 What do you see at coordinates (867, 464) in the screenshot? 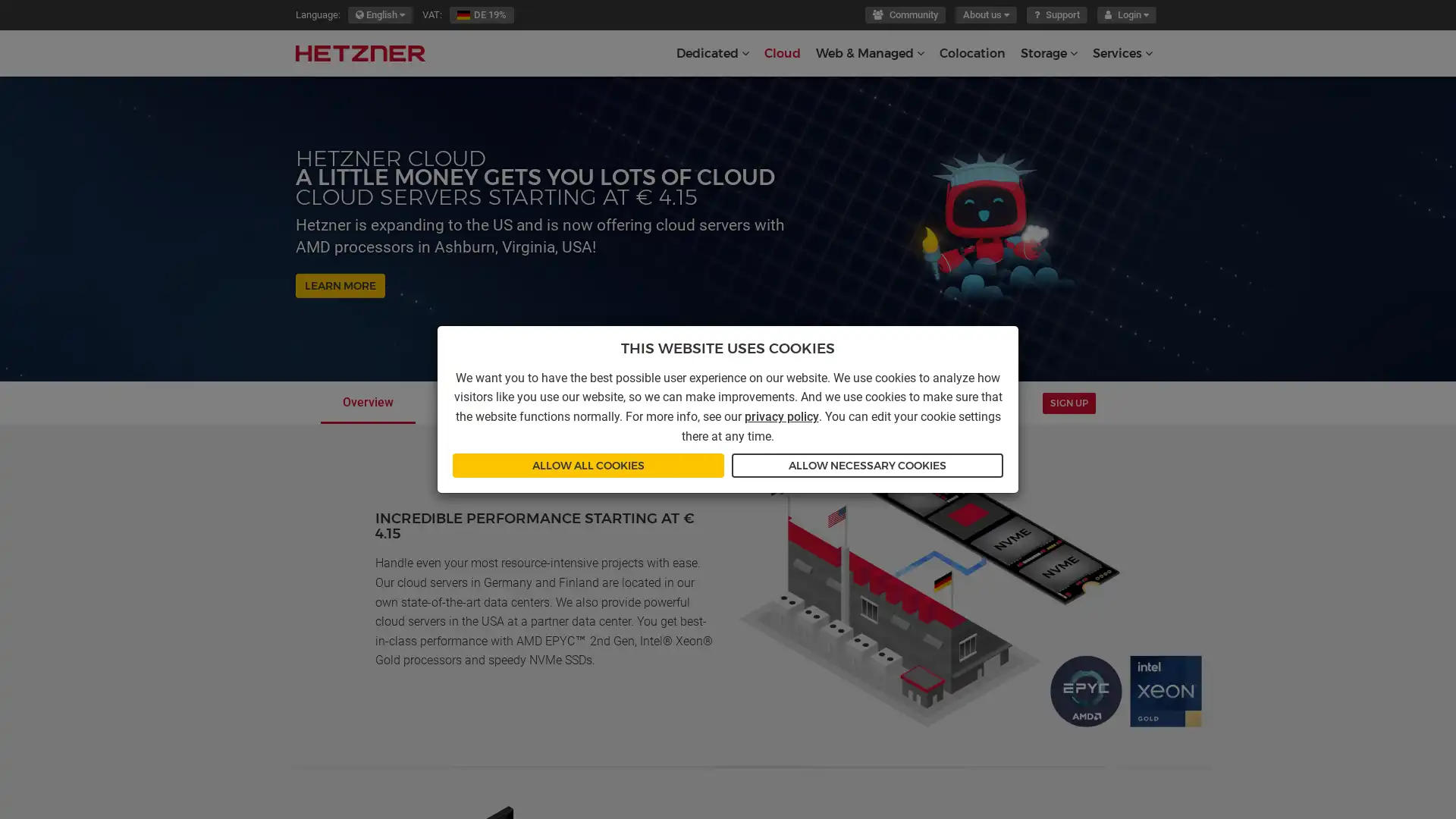
I see `ALLOW NECESSARY COOKIES` at bounding box center [867, 464].